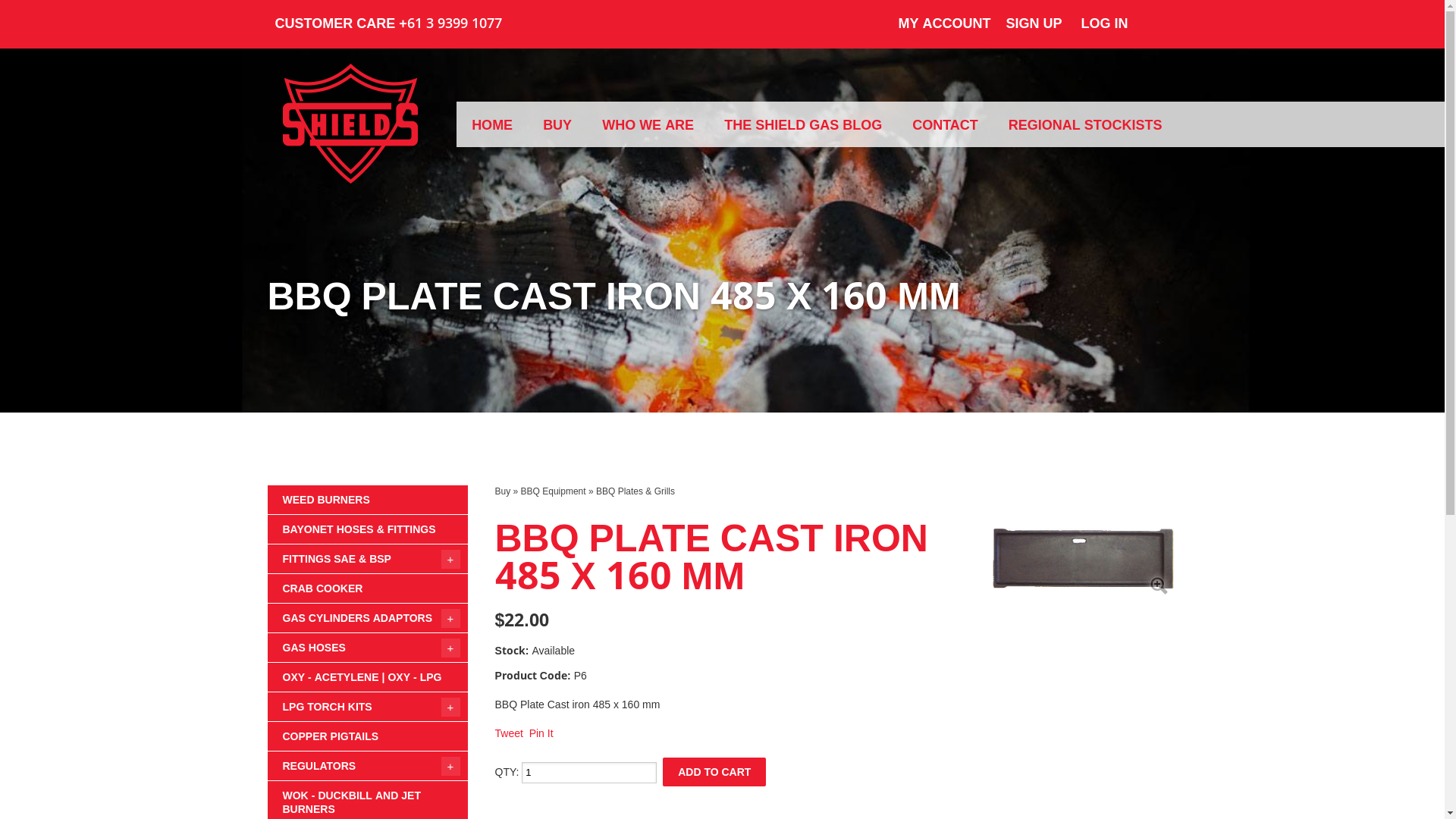 This screenshot has height=819, width=1456. What do you see at coordinates (662, 772) in the screenshot?
I see `'ADD TO CART'` at bounding box center [662, 772].